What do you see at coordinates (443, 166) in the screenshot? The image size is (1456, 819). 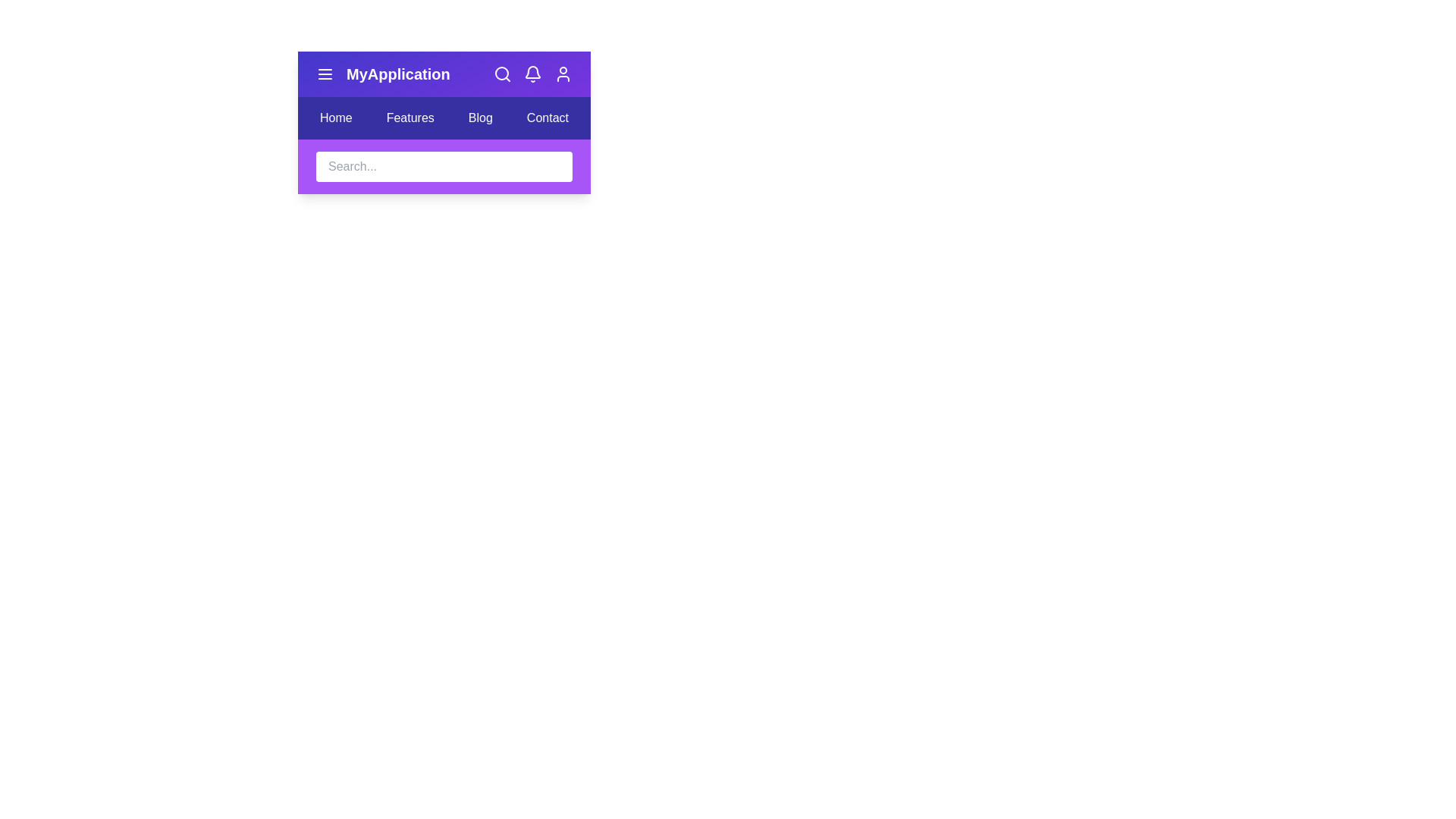 I see `the search input field to focus on it` at bounding box center [443, 166].